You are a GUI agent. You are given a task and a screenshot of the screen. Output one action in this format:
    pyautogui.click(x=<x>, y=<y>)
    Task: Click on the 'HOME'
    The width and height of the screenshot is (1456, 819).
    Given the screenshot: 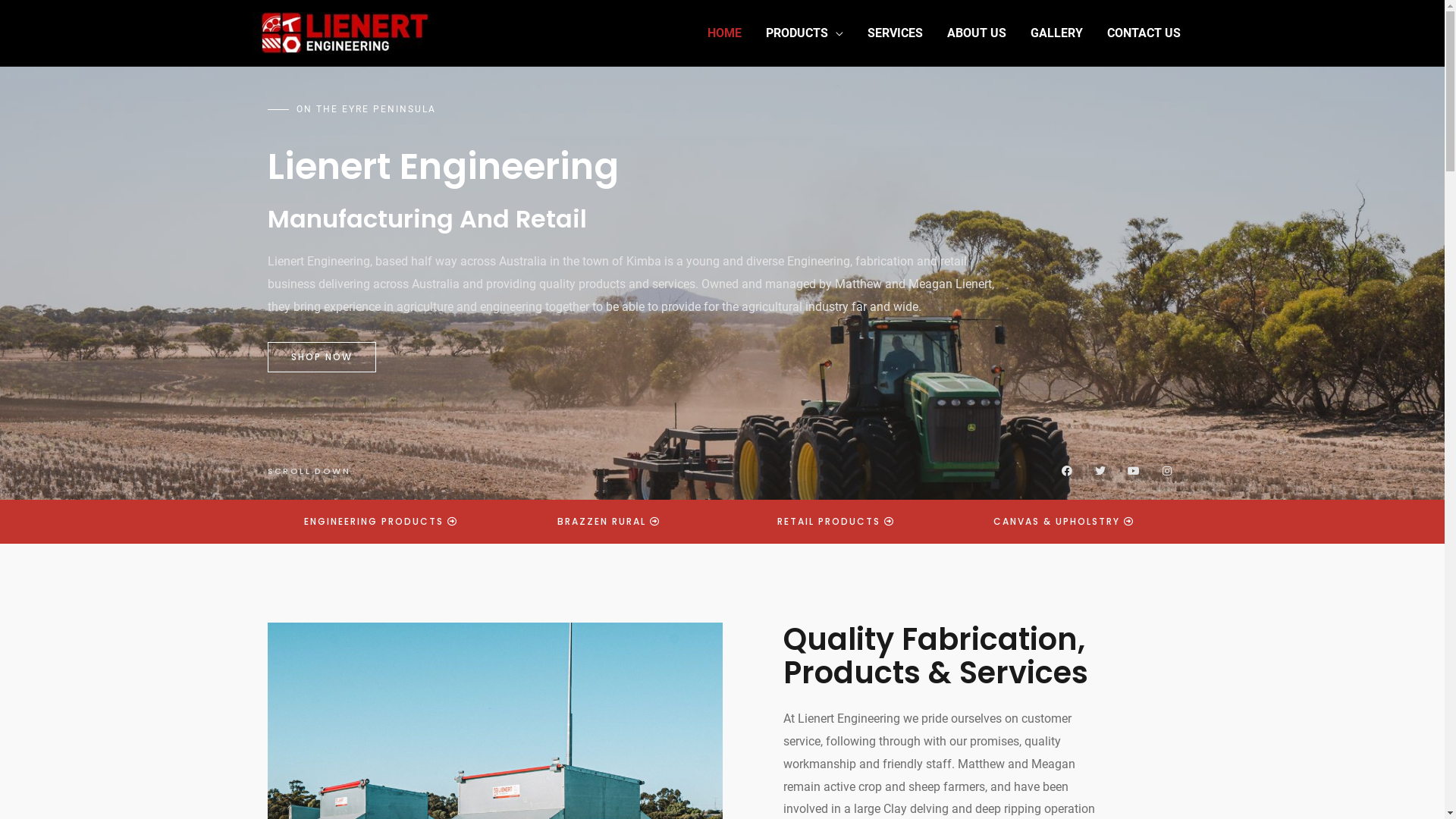 What is the action you would take?
    pyautogui.click(x=723, y=33)
    